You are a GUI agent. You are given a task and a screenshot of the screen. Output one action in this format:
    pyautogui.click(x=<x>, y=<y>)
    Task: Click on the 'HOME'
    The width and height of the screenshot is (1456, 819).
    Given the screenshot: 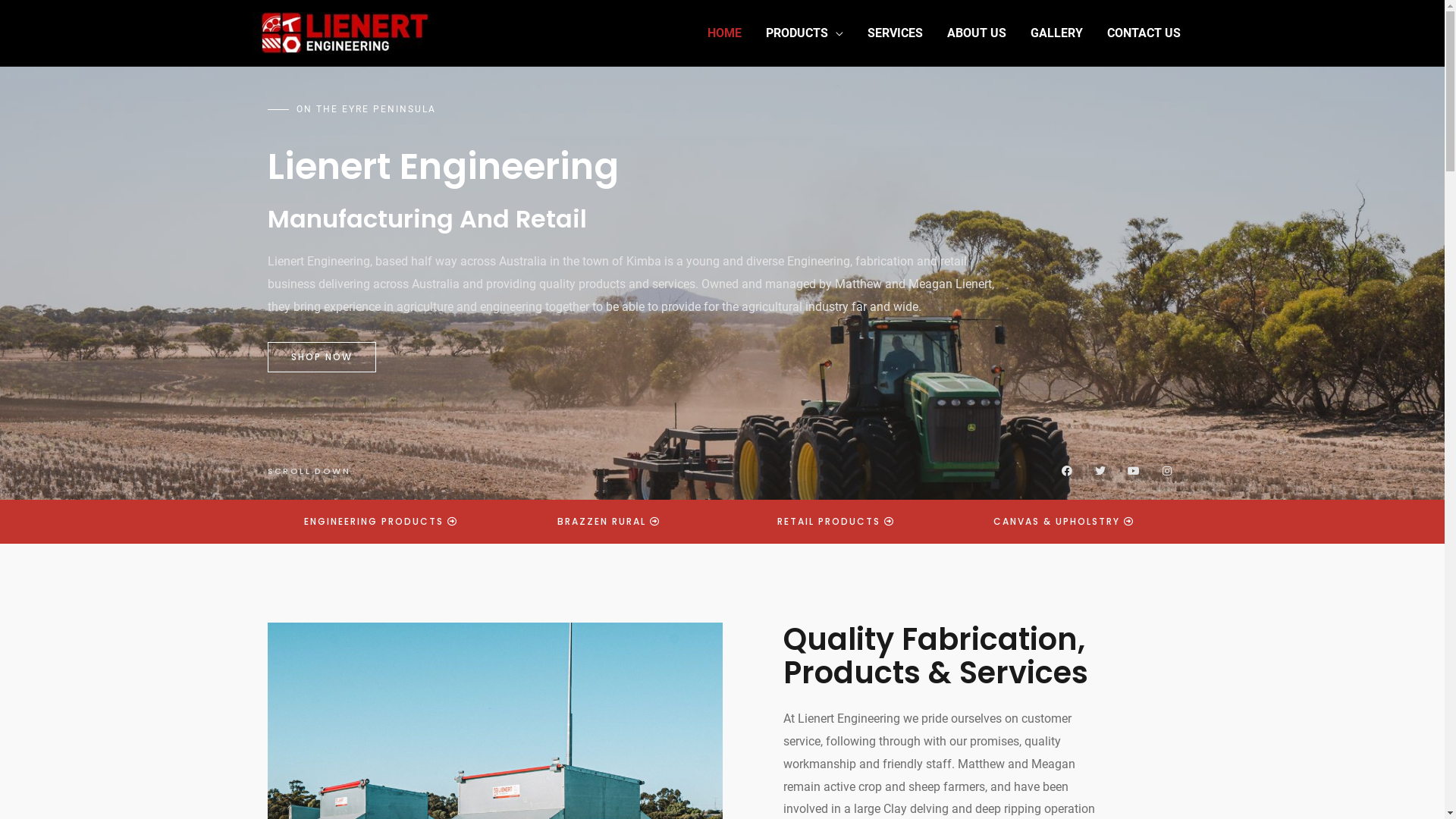 What is the action you would take?
    pyautogui.click(x=723, y=33)
    